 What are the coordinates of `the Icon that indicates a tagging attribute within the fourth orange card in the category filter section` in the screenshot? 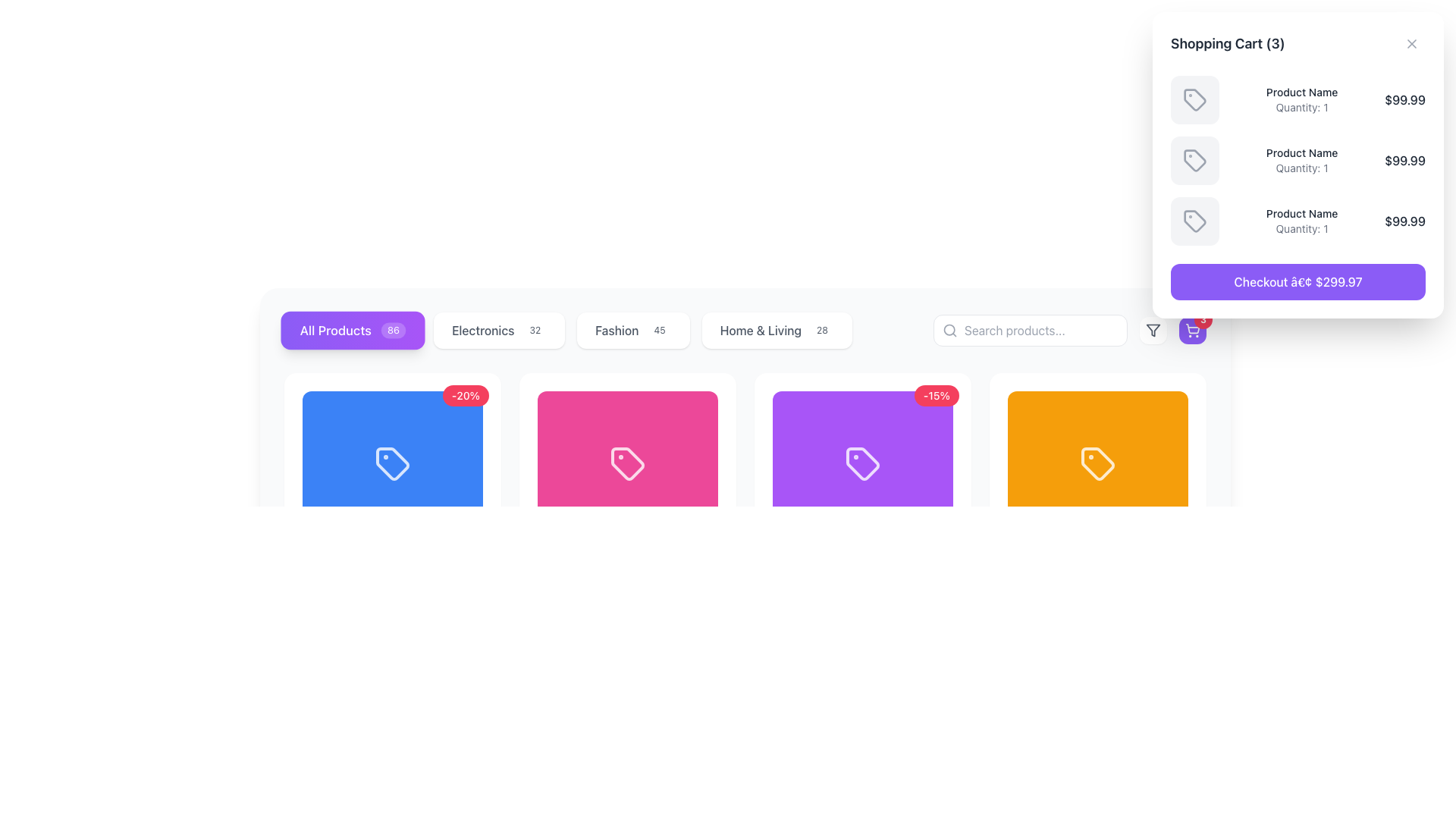 It's located at (1098, 463).